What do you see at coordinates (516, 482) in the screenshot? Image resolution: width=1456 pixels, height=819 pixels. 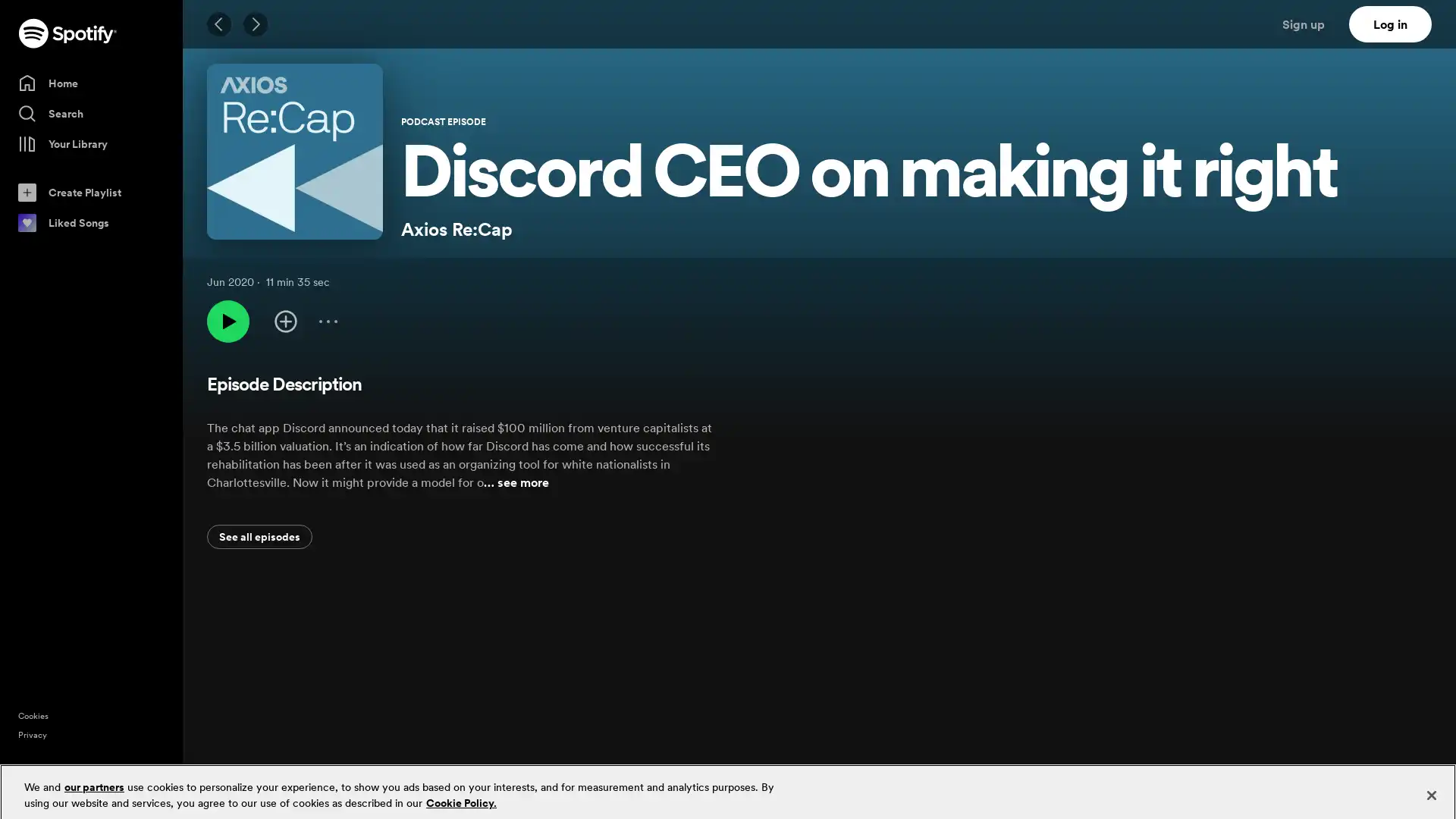 I see `... see more` at bounding box center [516, 482].